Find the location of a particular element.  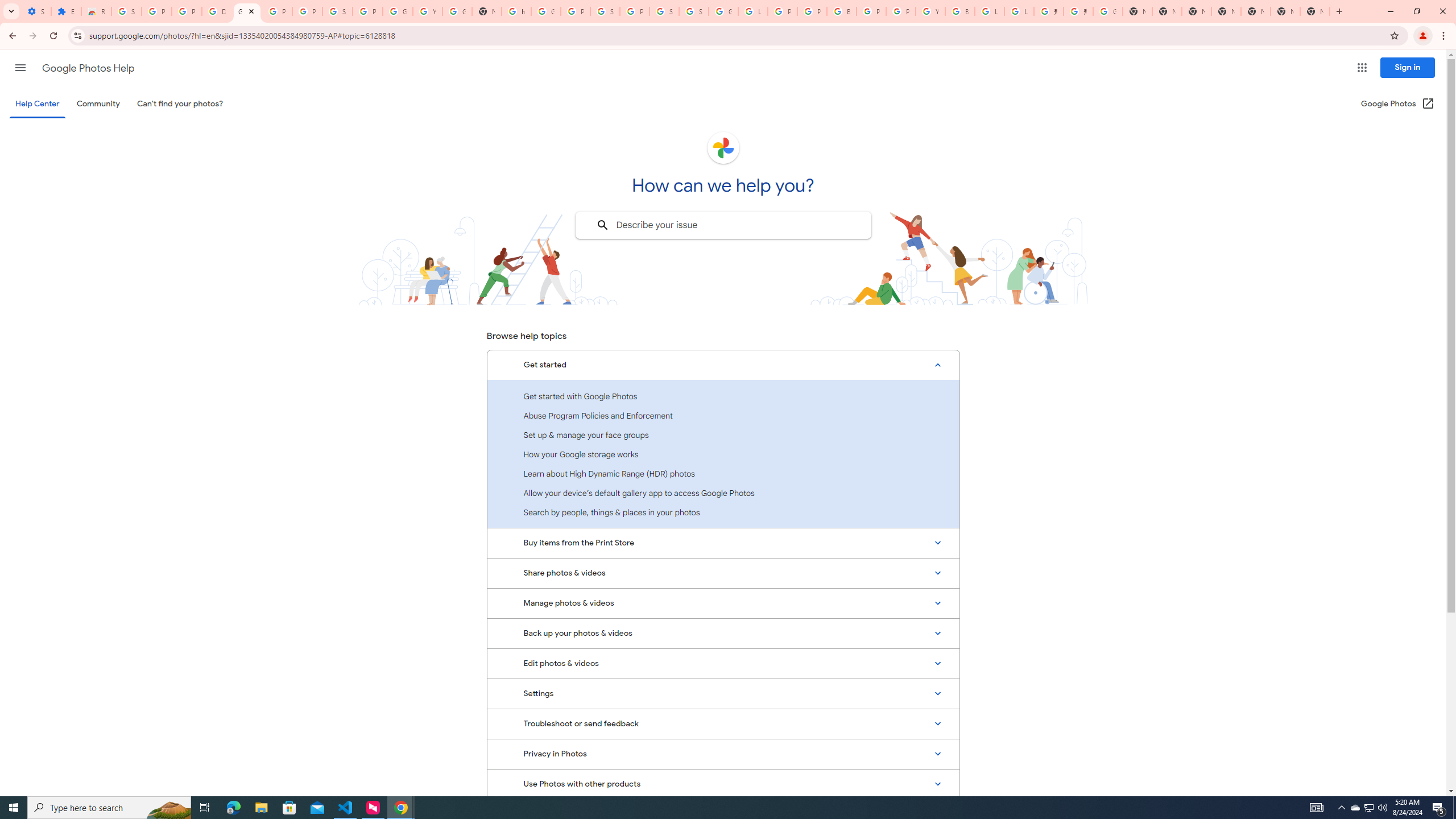

'Back up your photos & videos' is located at coordinates (723, 634).